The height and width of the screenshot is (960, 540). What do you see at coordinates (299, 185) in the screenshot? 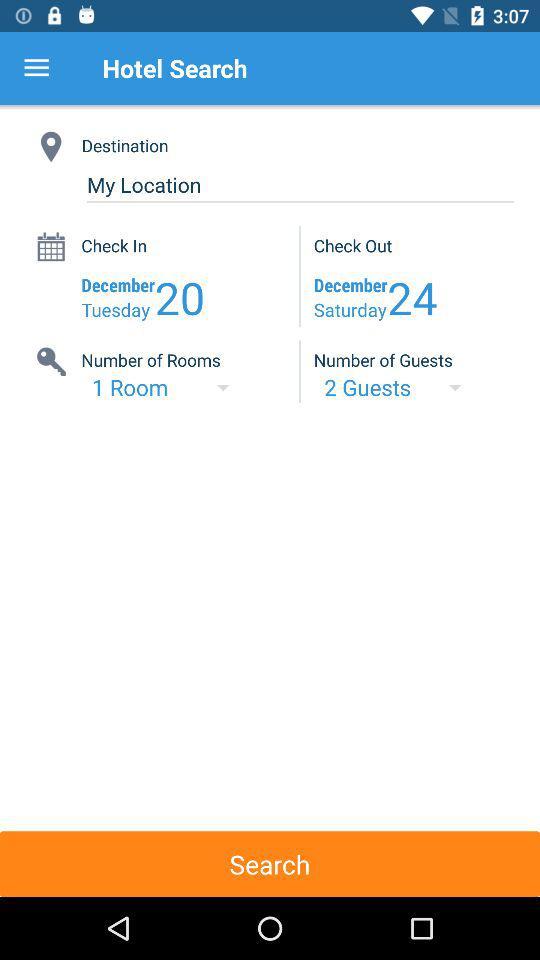
I see `my location icon` at bounding box center [299, 185].